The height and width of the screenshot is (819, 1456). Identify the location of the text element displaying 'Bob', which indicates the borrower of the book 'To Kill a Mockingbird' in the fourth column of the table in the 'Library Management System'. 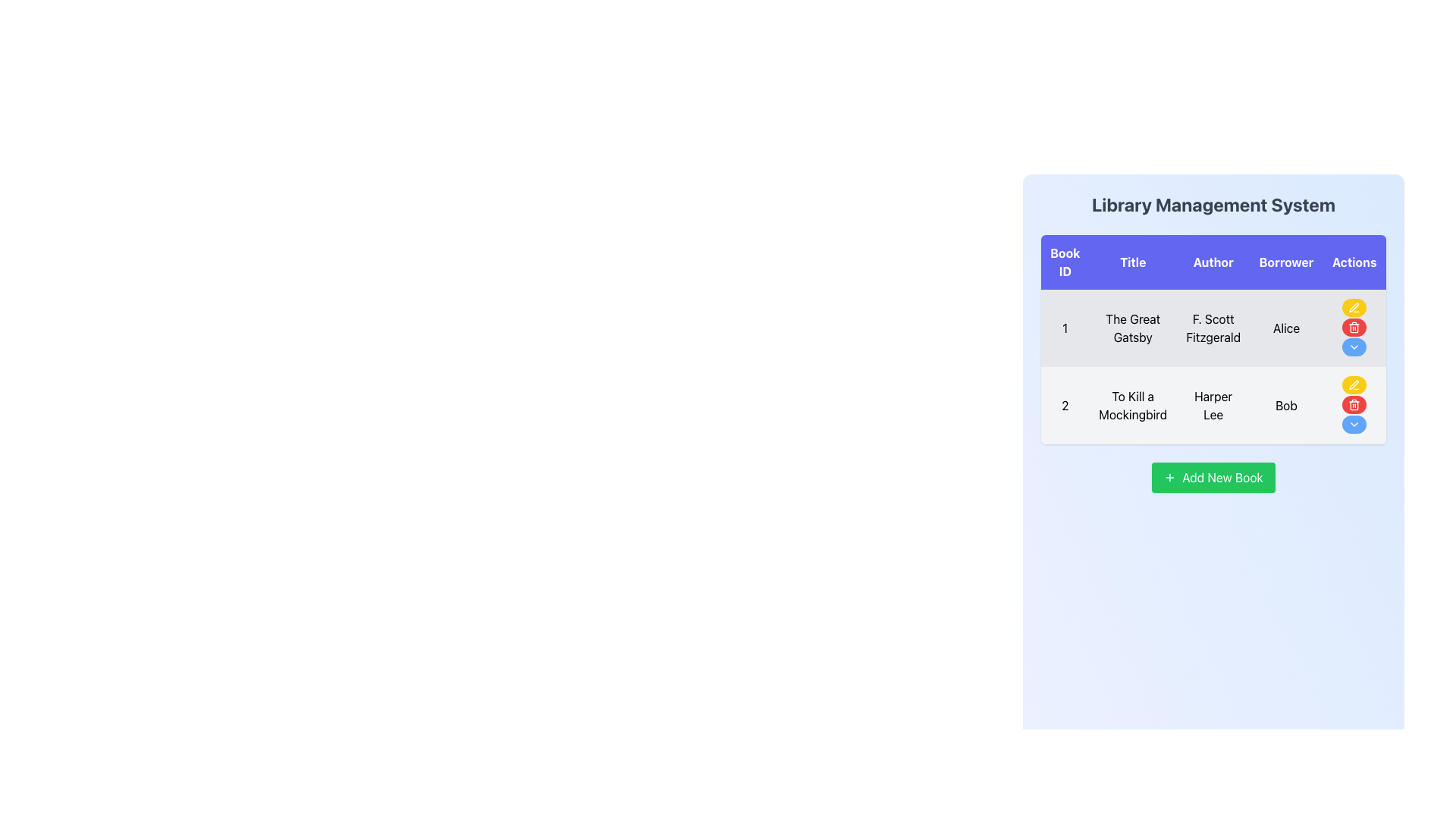
(1285, 405).